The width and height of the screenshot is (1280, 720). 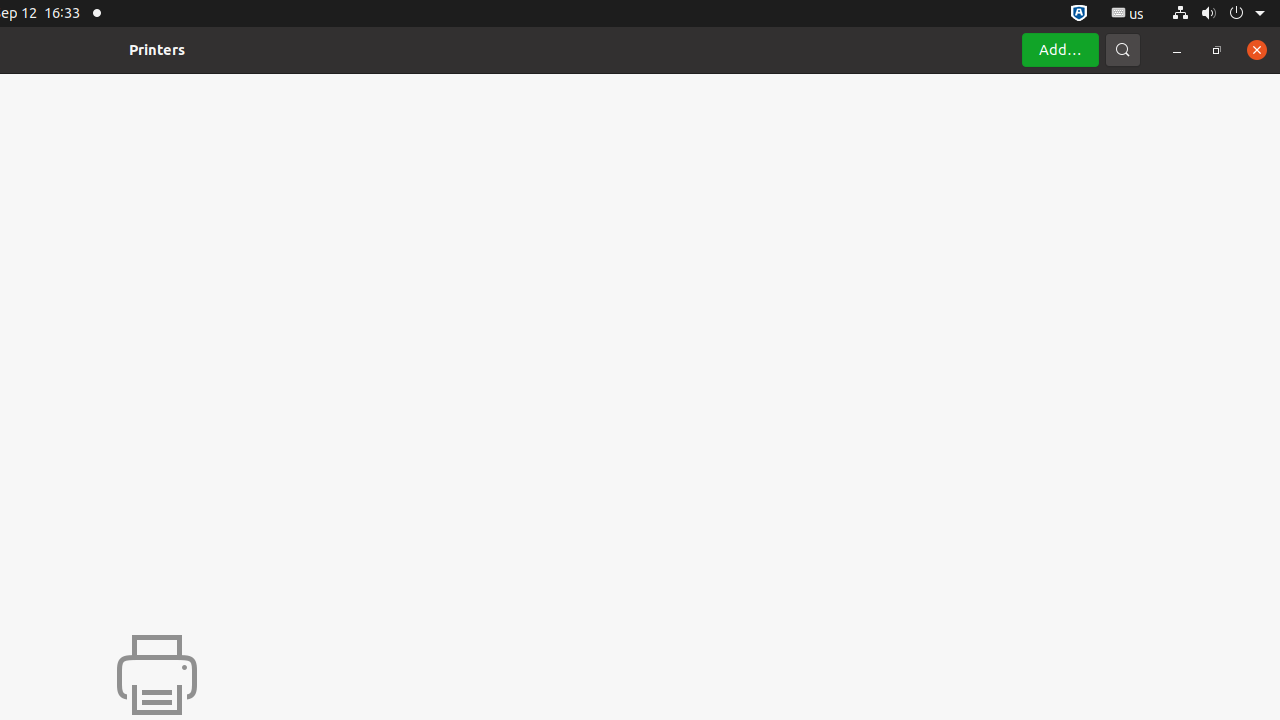 I want to click on 'Close', so click(x=1255, y=48).